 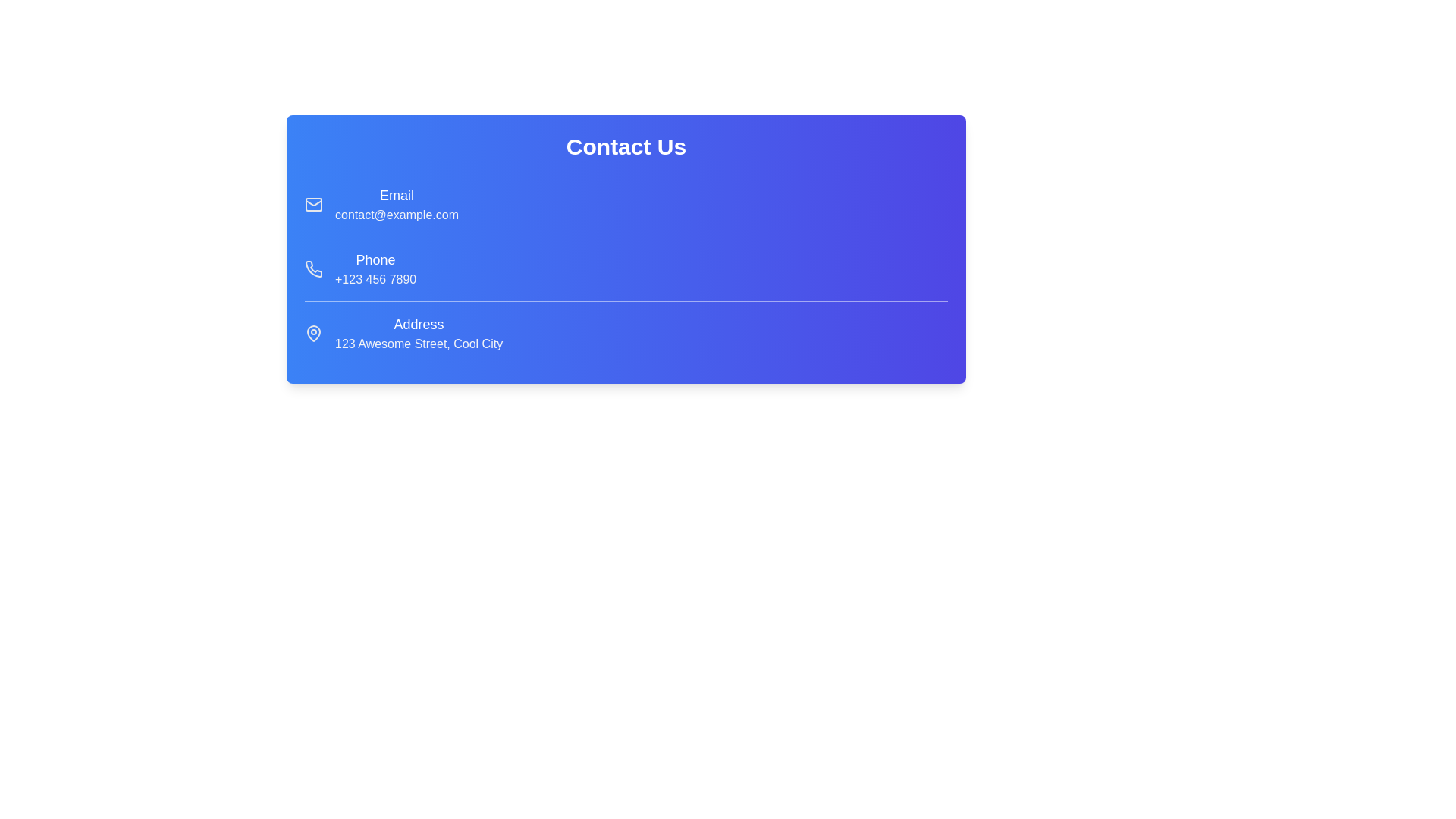 What do you see at coordinates (626, 146) in the screenshot?
I see `text of the prominent 'Contact Us' heading, which is a large, bold text element at the top of the section with a gradient blue background` at bounding box center [626, 146].